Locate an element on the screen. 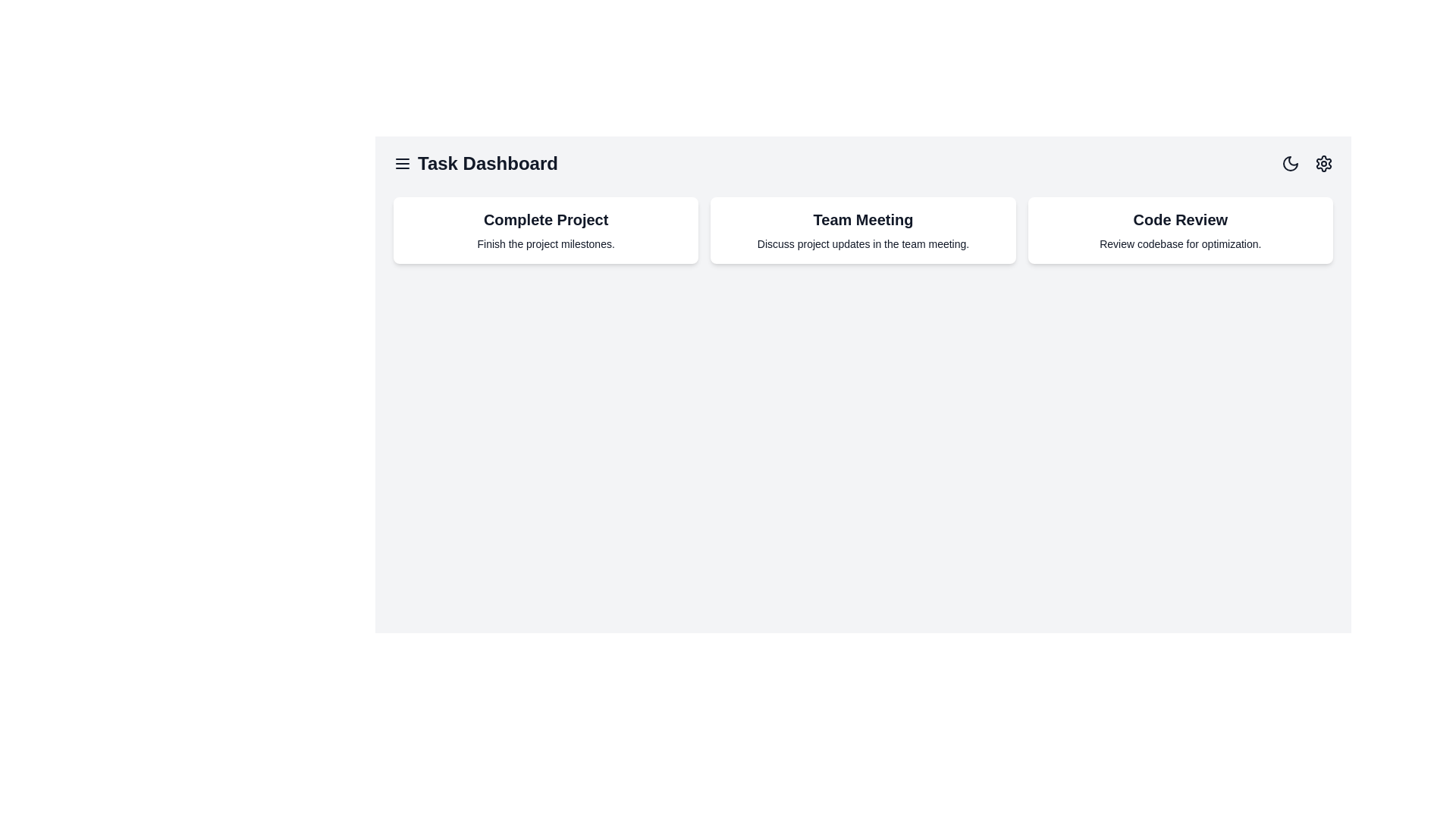 This screenshot has width=1456, height=819. the main title text element in the middle card of the three-card layout, which serves as the heading for the card's content is located at coordinates (863, 219).